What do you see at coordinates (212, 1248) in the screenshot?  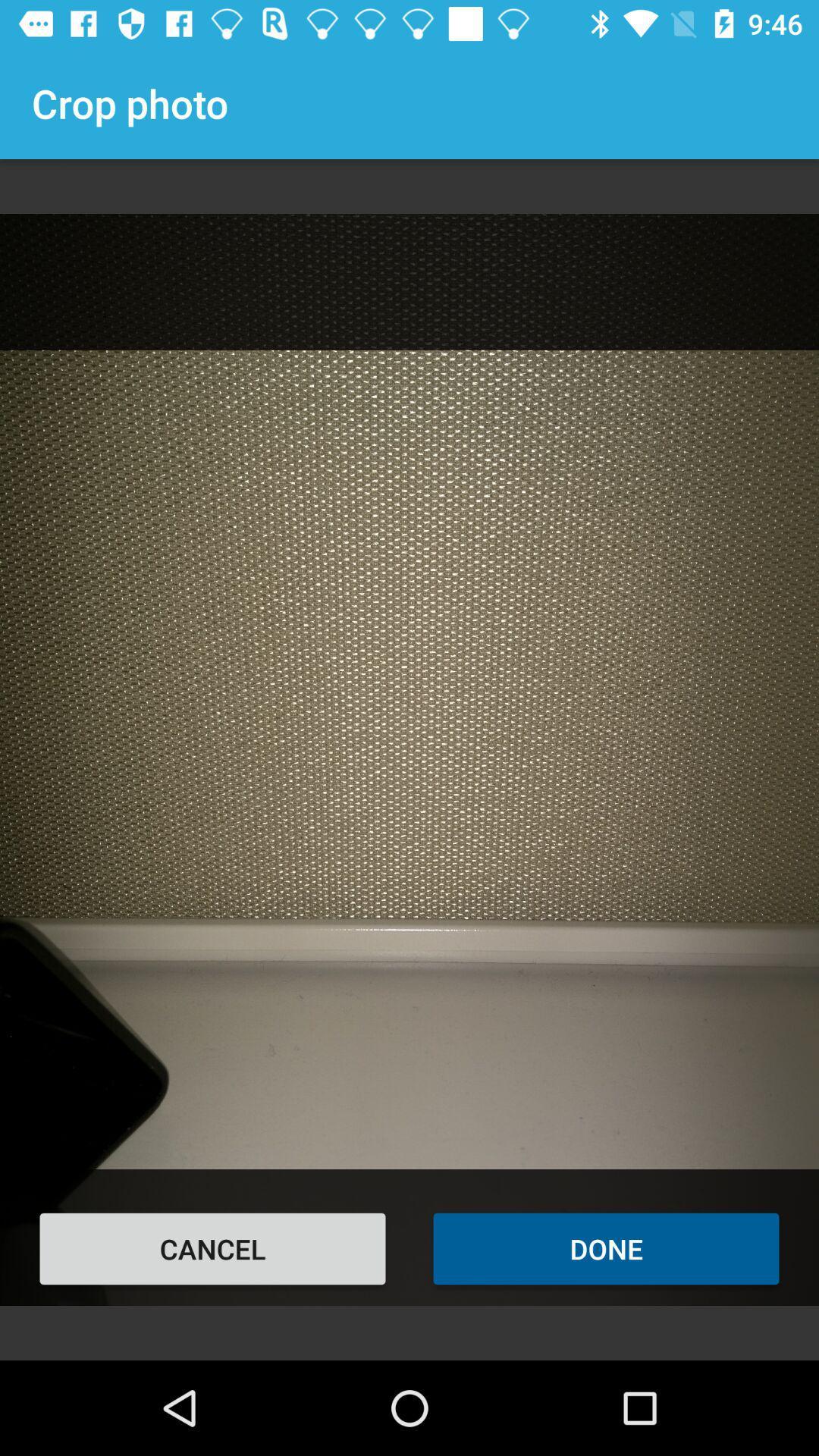 I see `icon next to the done icon` at bounding box center [212, 1248].